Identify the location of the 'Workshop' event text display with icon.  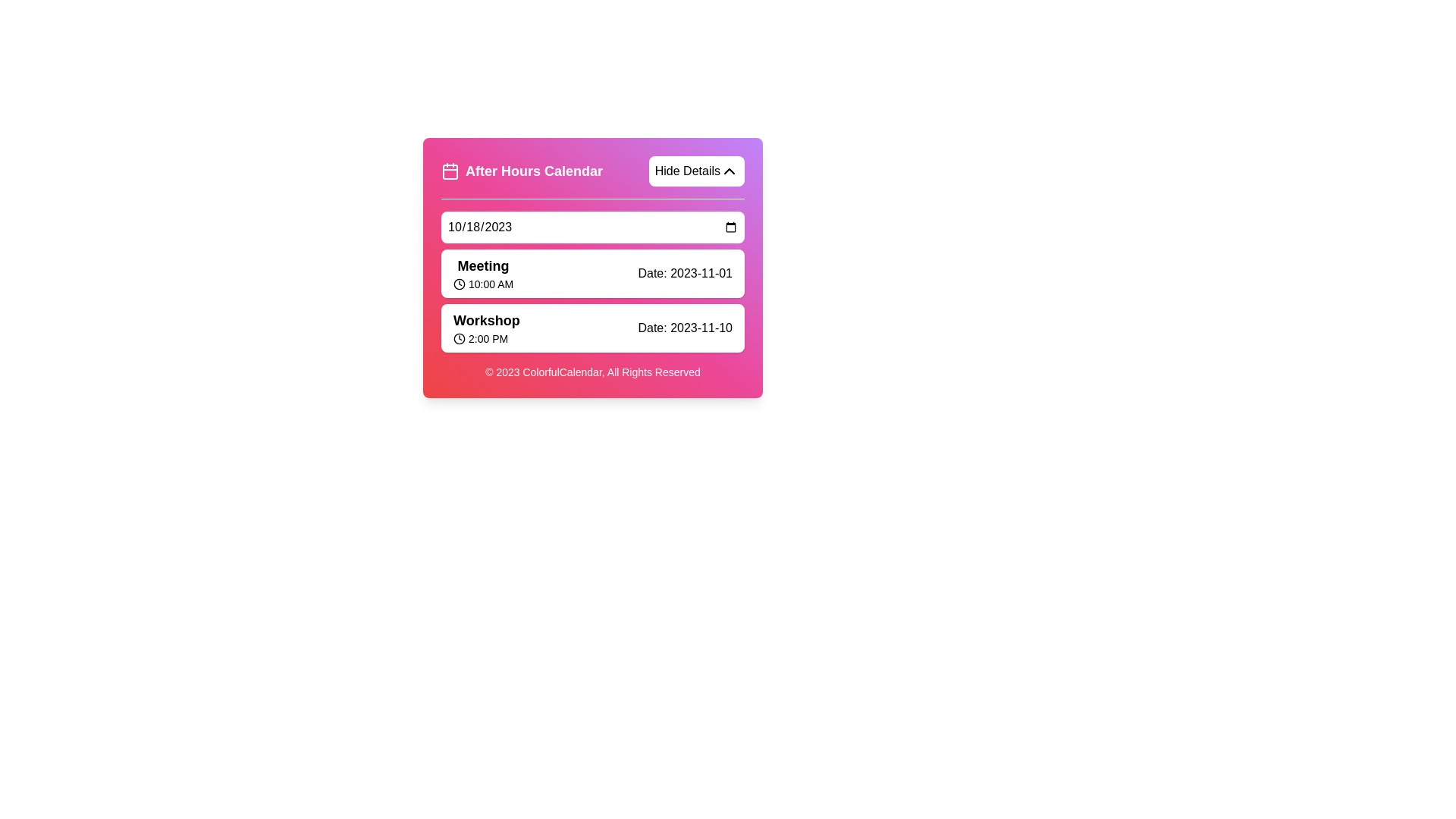
(486, 327).